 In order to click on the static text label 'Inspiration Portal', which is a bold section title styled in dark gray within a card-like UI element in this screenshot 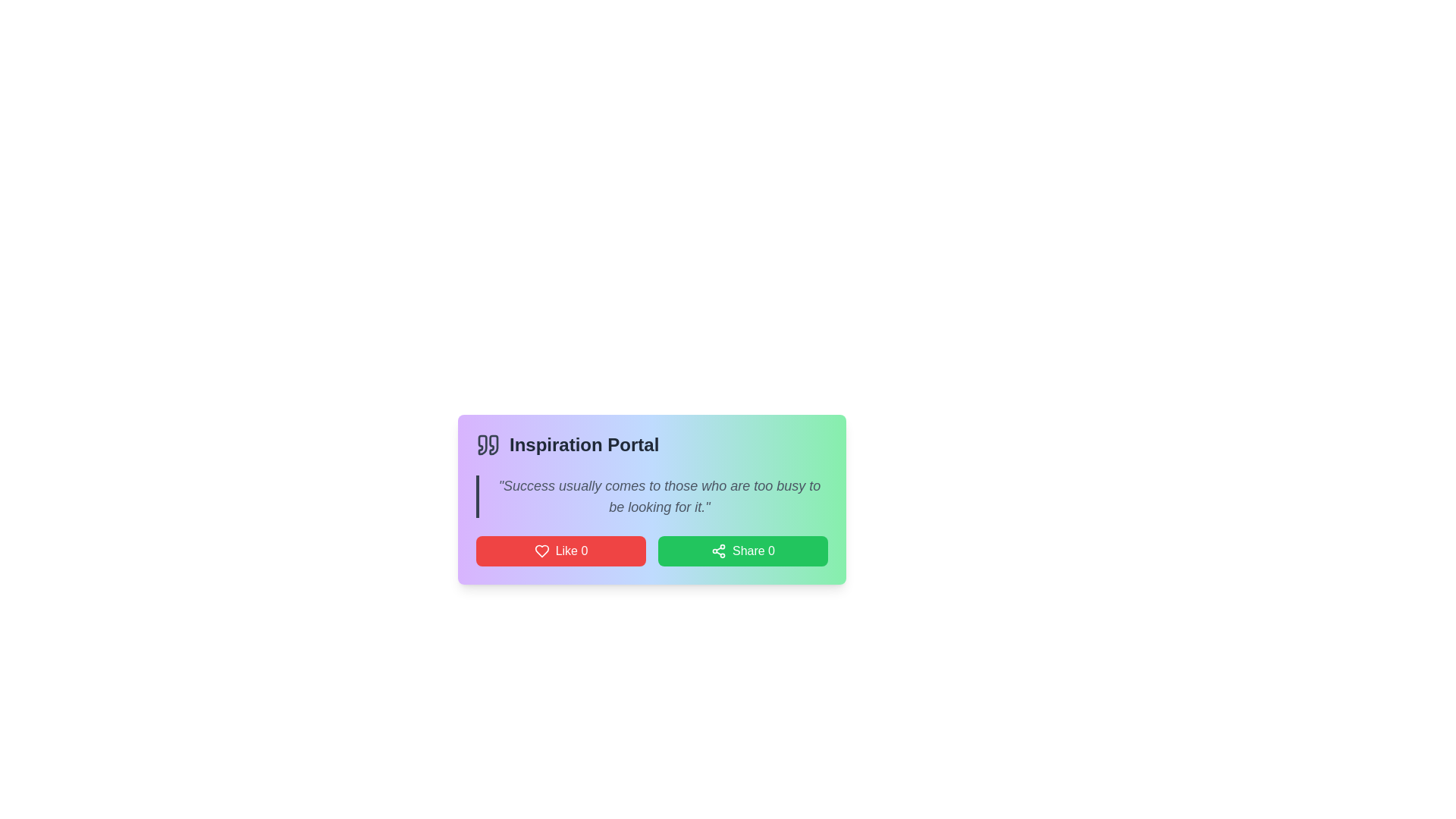, I will do `click(583, 444)`.